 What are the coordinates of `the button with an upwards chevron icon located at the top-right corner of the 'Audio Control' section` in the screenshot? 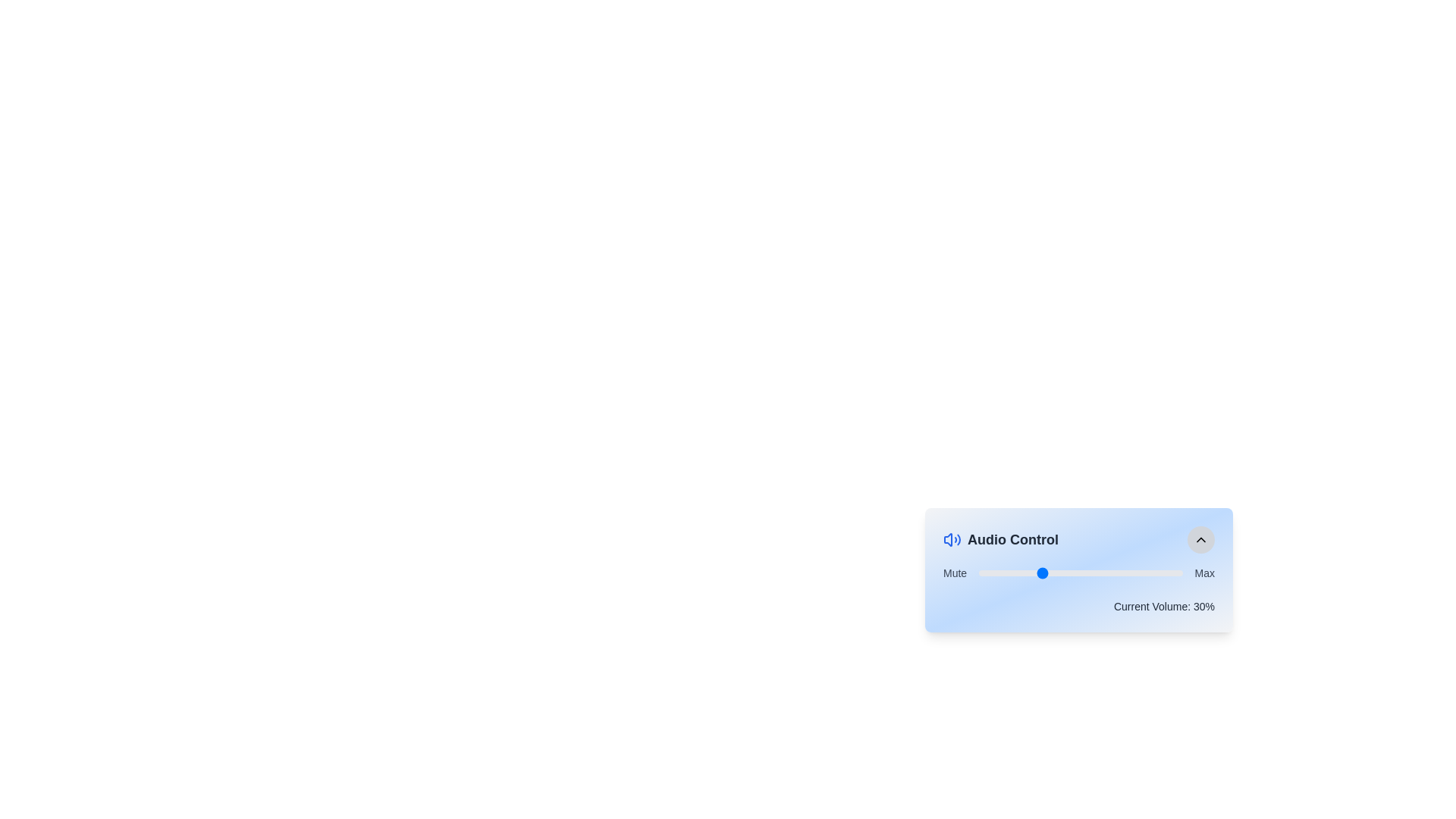 It's located at (1200, 539).